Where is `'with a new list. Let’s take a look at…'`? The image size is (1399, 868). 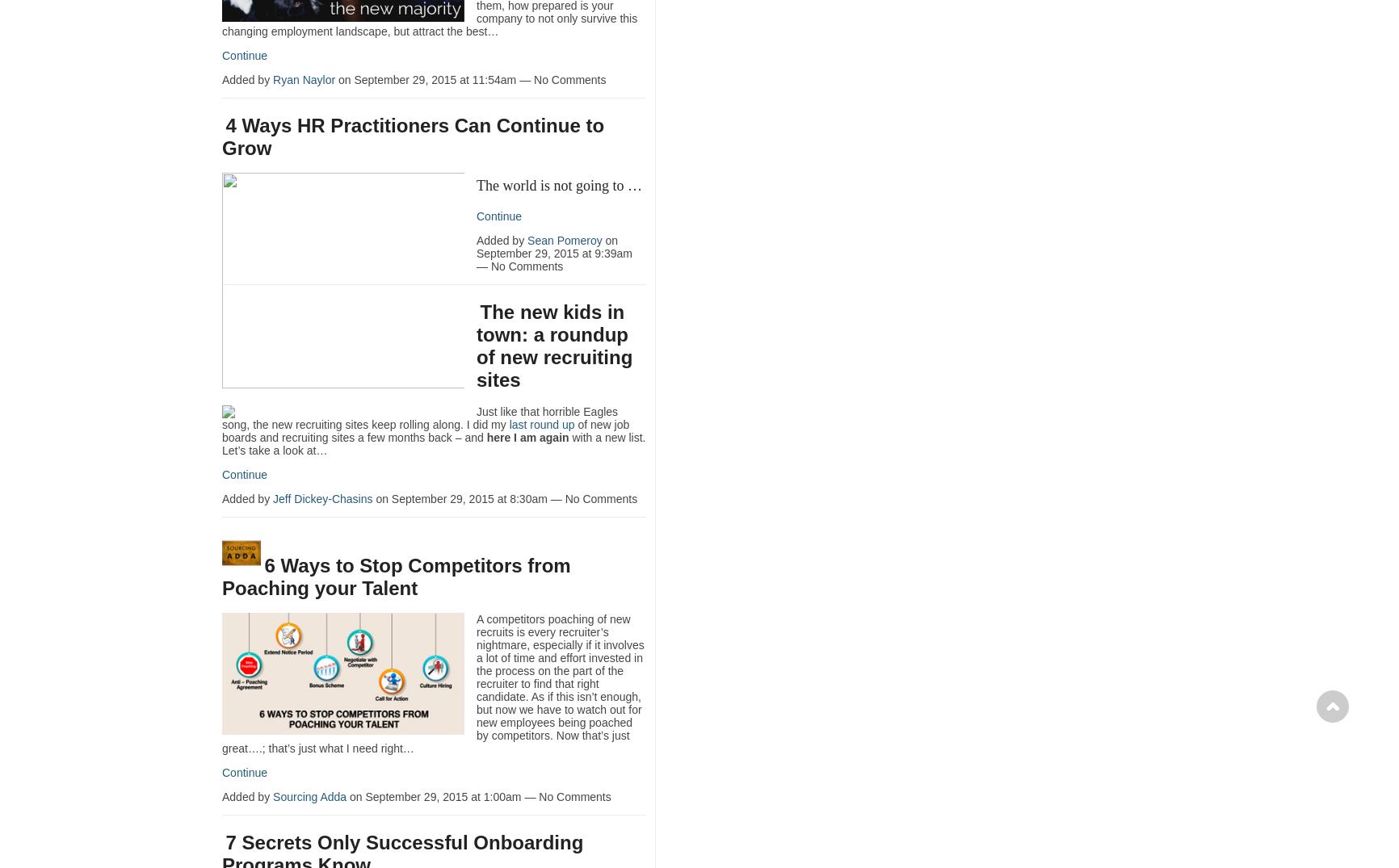
'with a new list. Let’s take a look at…' is located at coordinates (433, 443).